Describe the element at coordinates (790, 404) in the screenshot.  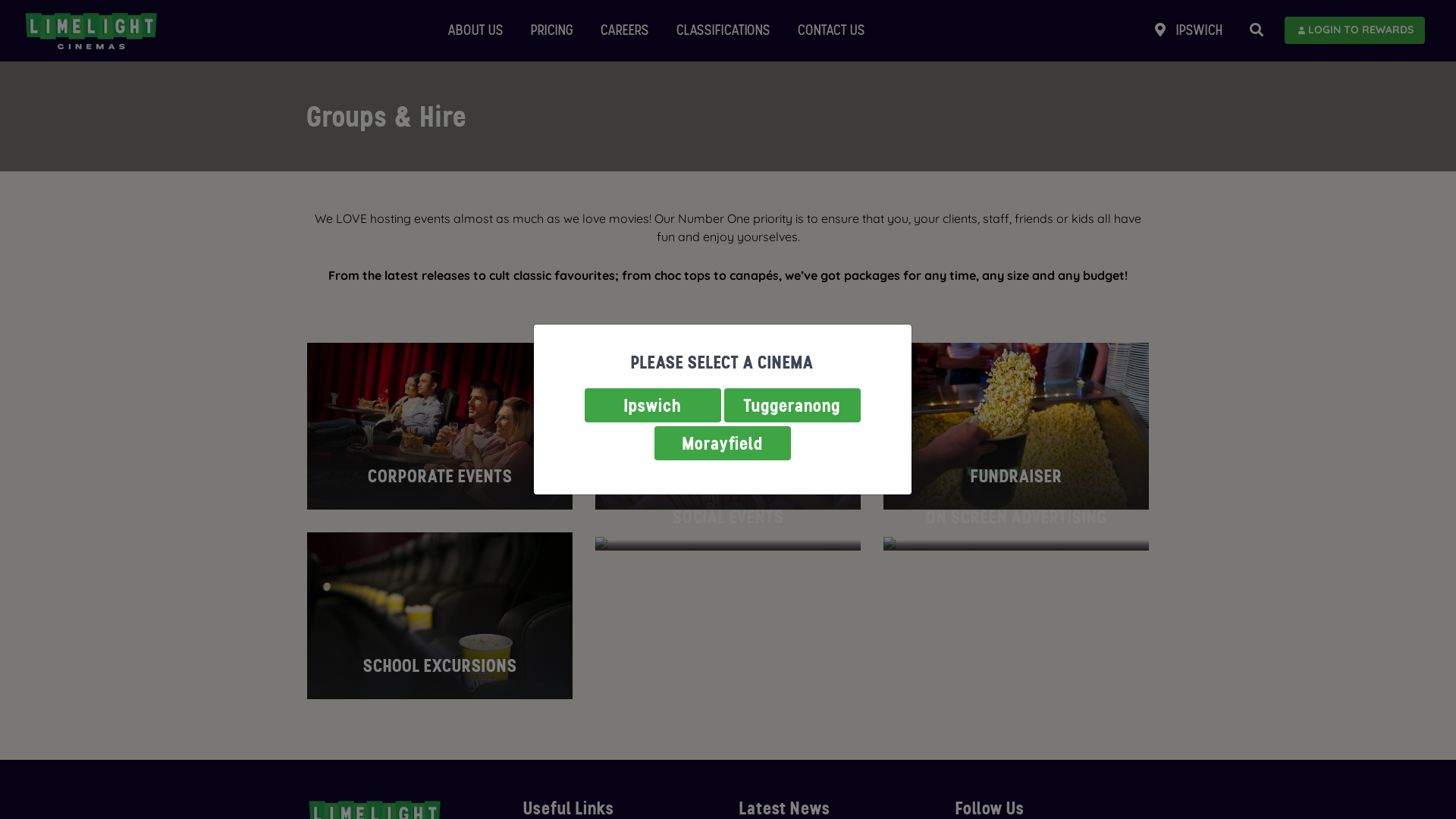
I see `'Tuggeranong'` at that location.